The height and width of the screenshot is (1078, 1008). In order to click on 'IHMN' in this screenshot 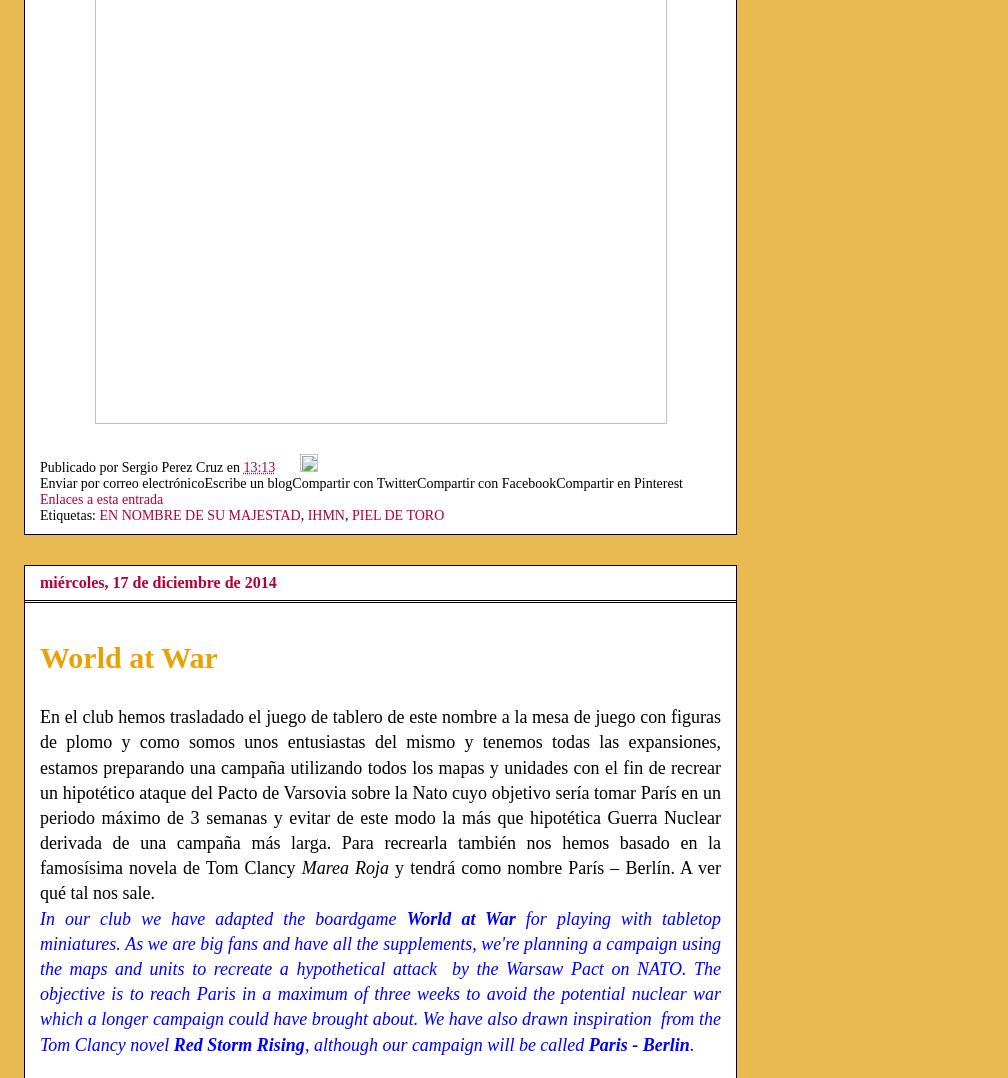, I will do `click(325, 515)`.